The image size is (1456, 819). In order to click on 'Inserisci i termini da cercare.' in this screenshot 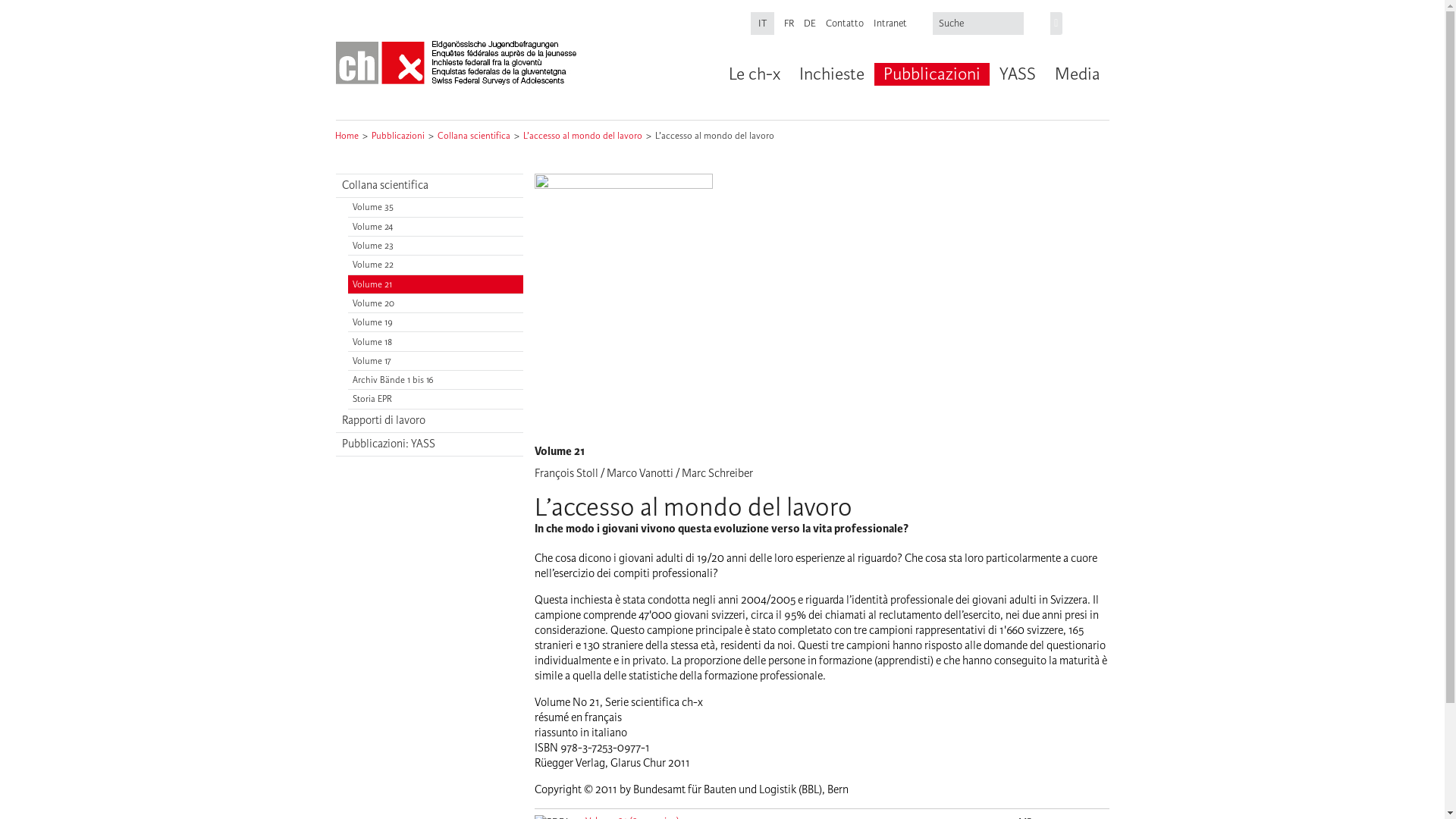, I will do `click(931, 23)`.